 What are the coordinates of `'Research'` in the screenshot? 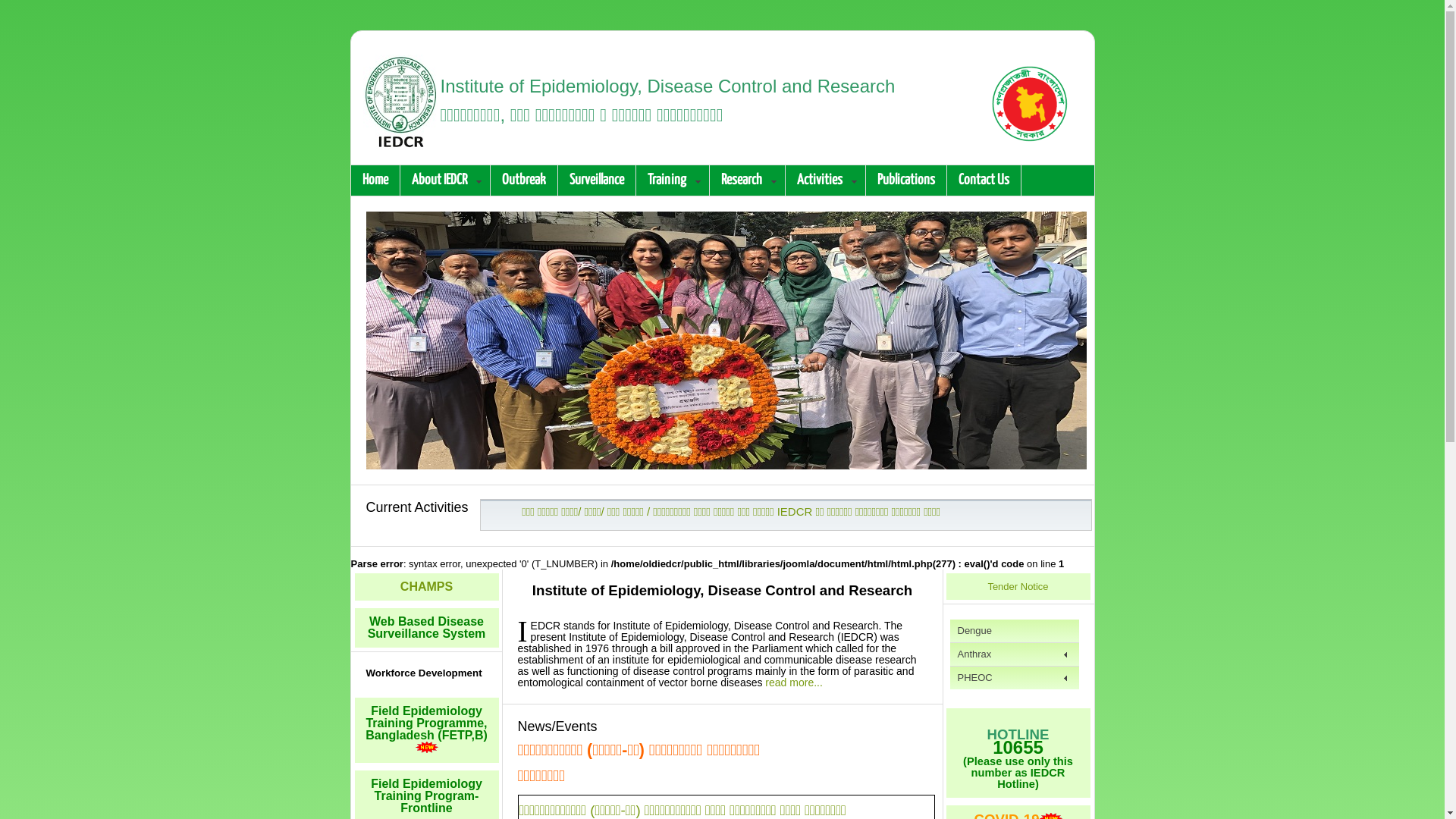 It's located at (709, 180).